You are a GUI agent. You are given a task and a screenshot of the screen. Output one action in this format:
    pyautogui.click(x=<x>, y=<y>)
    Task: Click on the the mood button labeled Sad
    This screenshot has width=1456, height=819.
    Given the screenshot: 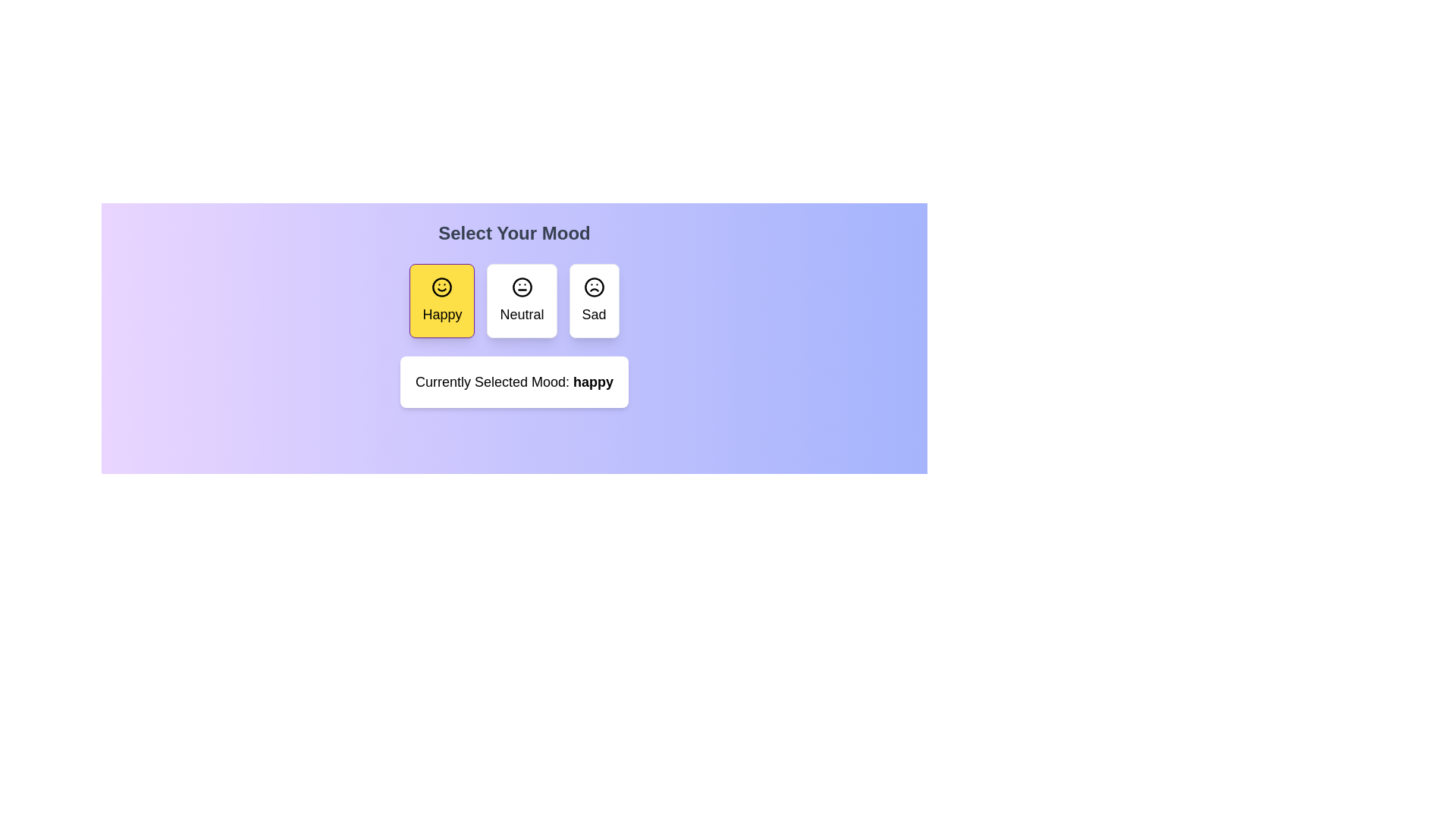 What is the action you would take?
    pyautogui.click(x=593, y=301)
    